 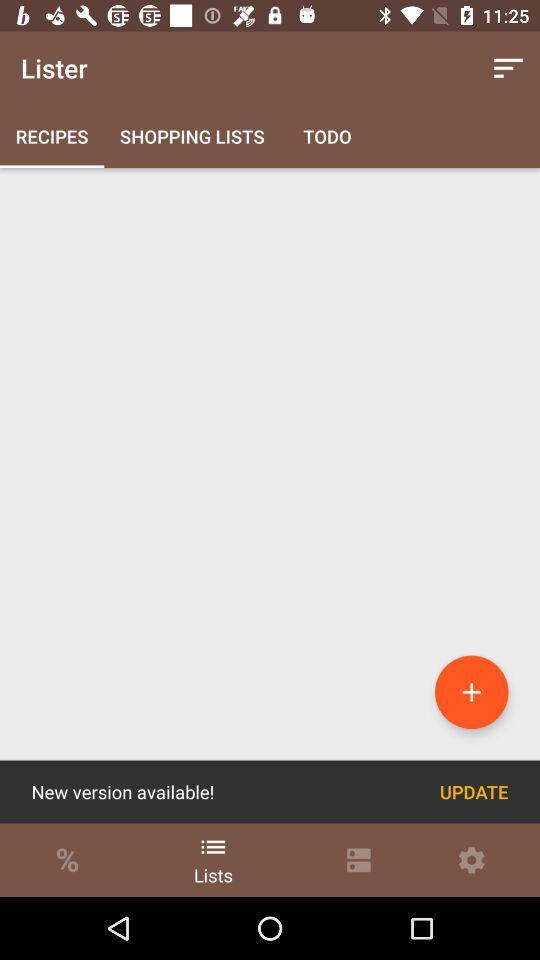 What do you see at coordinates (473, 792) in the screenshot?
I see `update item` at bounding box center [473, 792].